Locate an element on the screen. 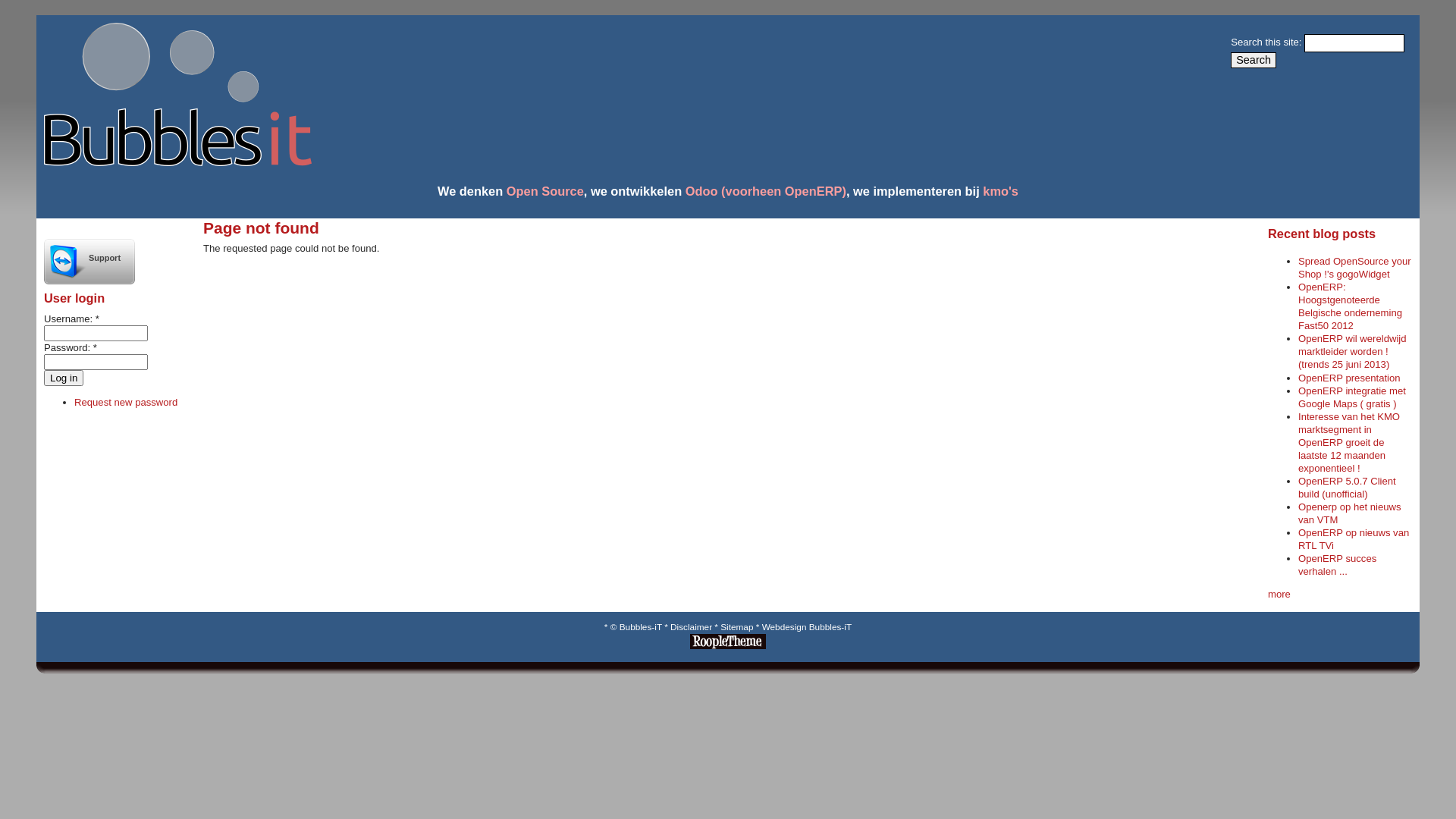  'OpenERP op nieuws van RTL TVi' is located at coordinates (1298, 538).